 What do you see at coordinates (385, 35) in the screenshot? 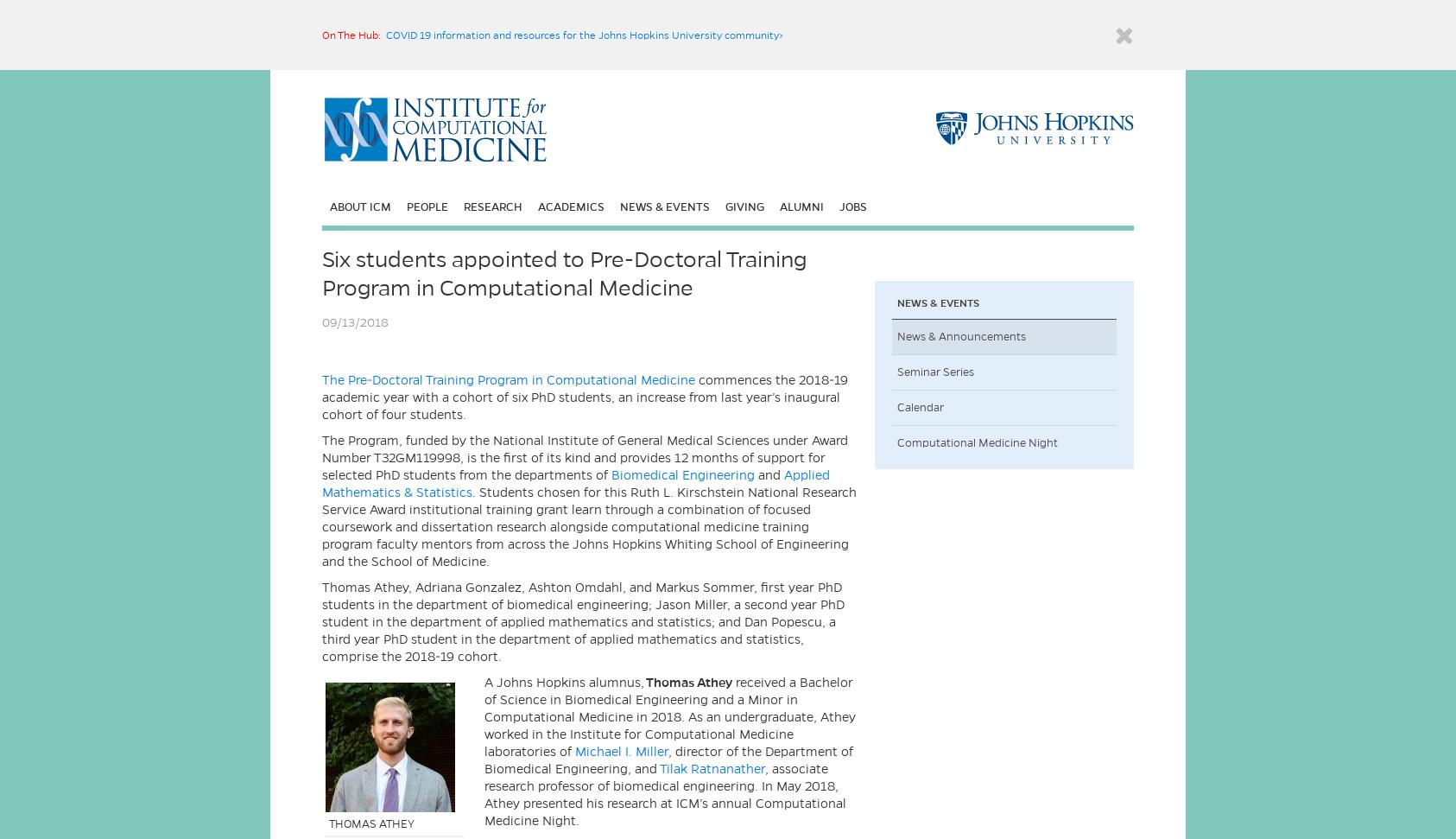
I see `'COVID 19 information and resources for the Johns Hopkins University community>'` at bounding box center [385, 35].